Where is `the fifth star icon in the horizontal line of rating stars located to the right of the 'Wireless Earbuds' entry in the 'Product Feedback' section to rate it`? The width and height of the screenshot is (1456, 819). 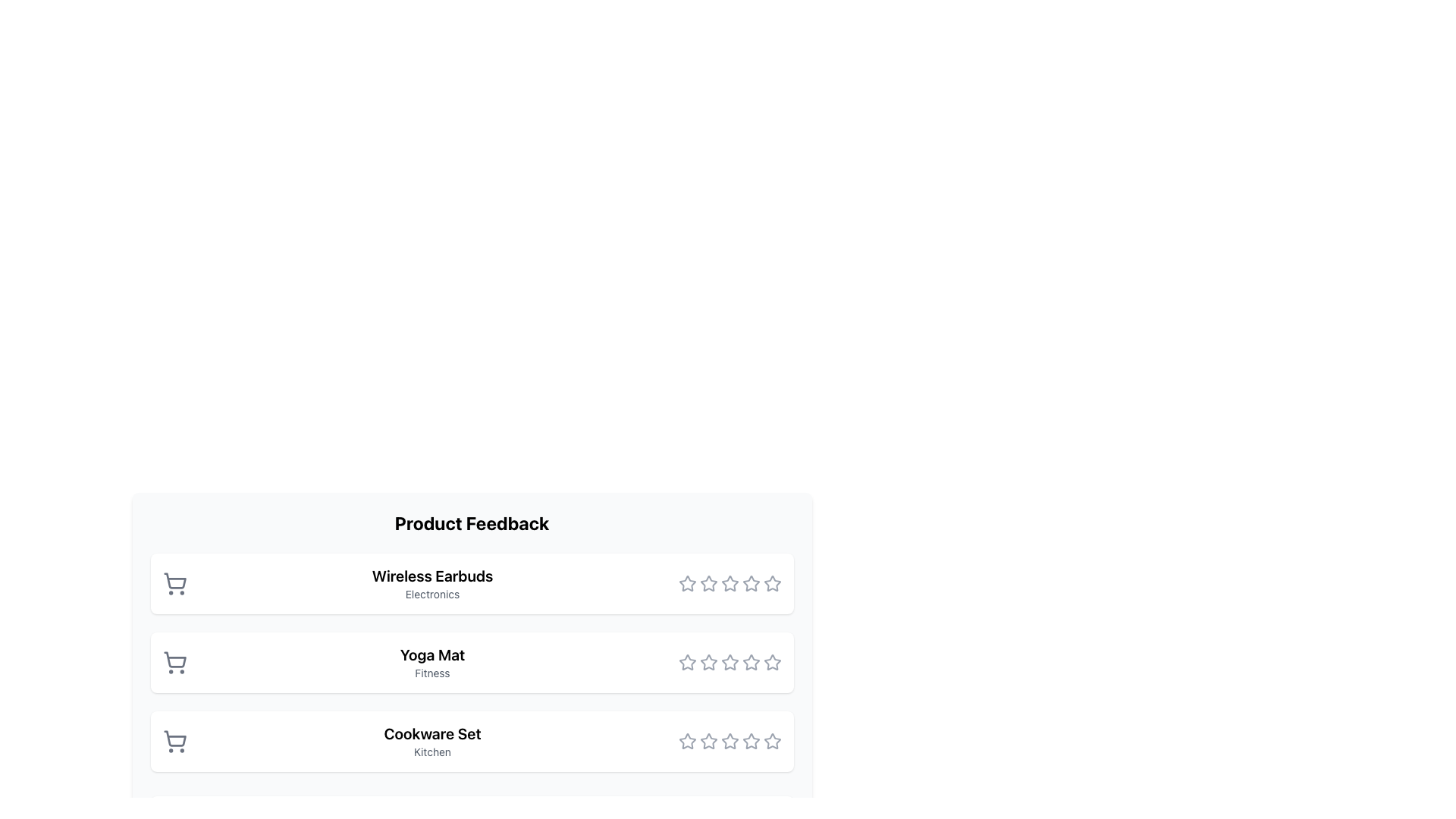 the fifth star icon in the horizontal line of rating stars located to the right of the 'Wireless Earbuds' entry in the 'Product Feedback' section to rate it is located at coordinates (771, 582).